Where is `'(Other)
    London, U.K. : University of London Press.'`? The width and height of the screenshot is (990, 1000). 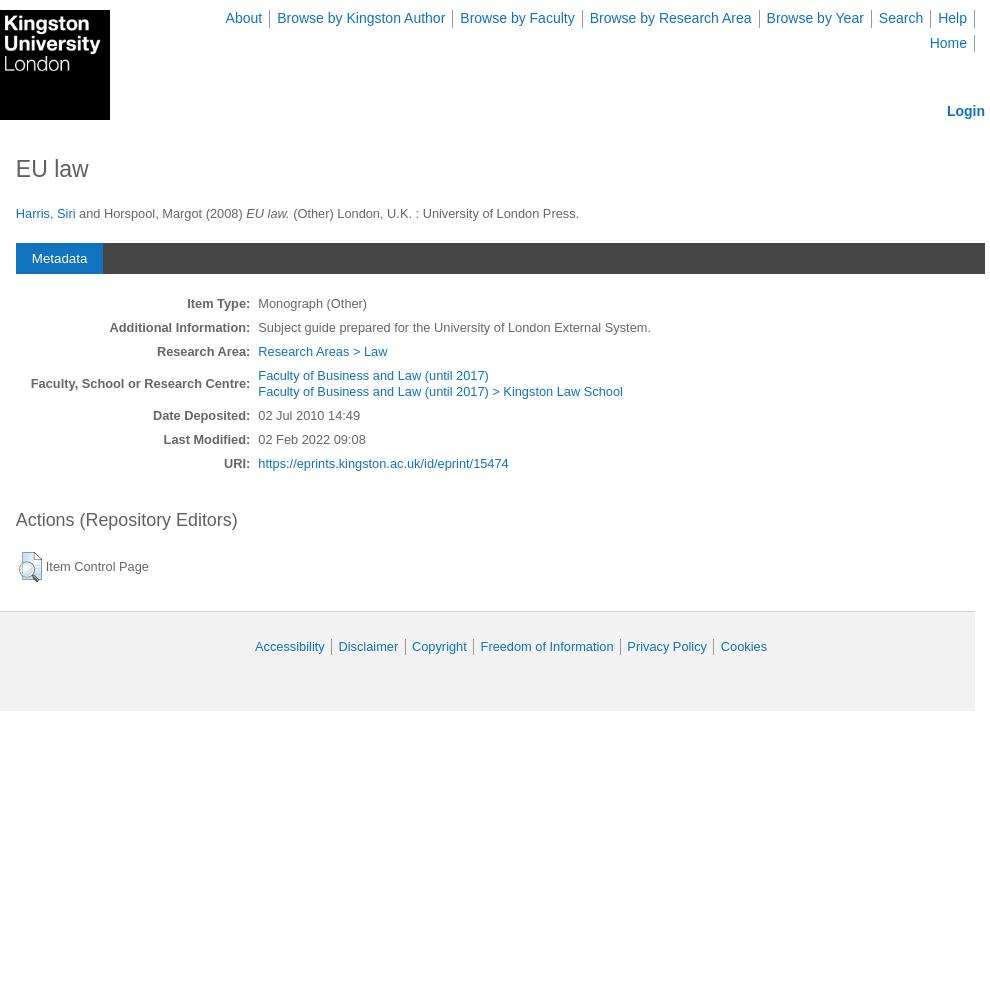 '(Other)
    London, U.K. : University of London Press.' is located at coordinates (433, 212).